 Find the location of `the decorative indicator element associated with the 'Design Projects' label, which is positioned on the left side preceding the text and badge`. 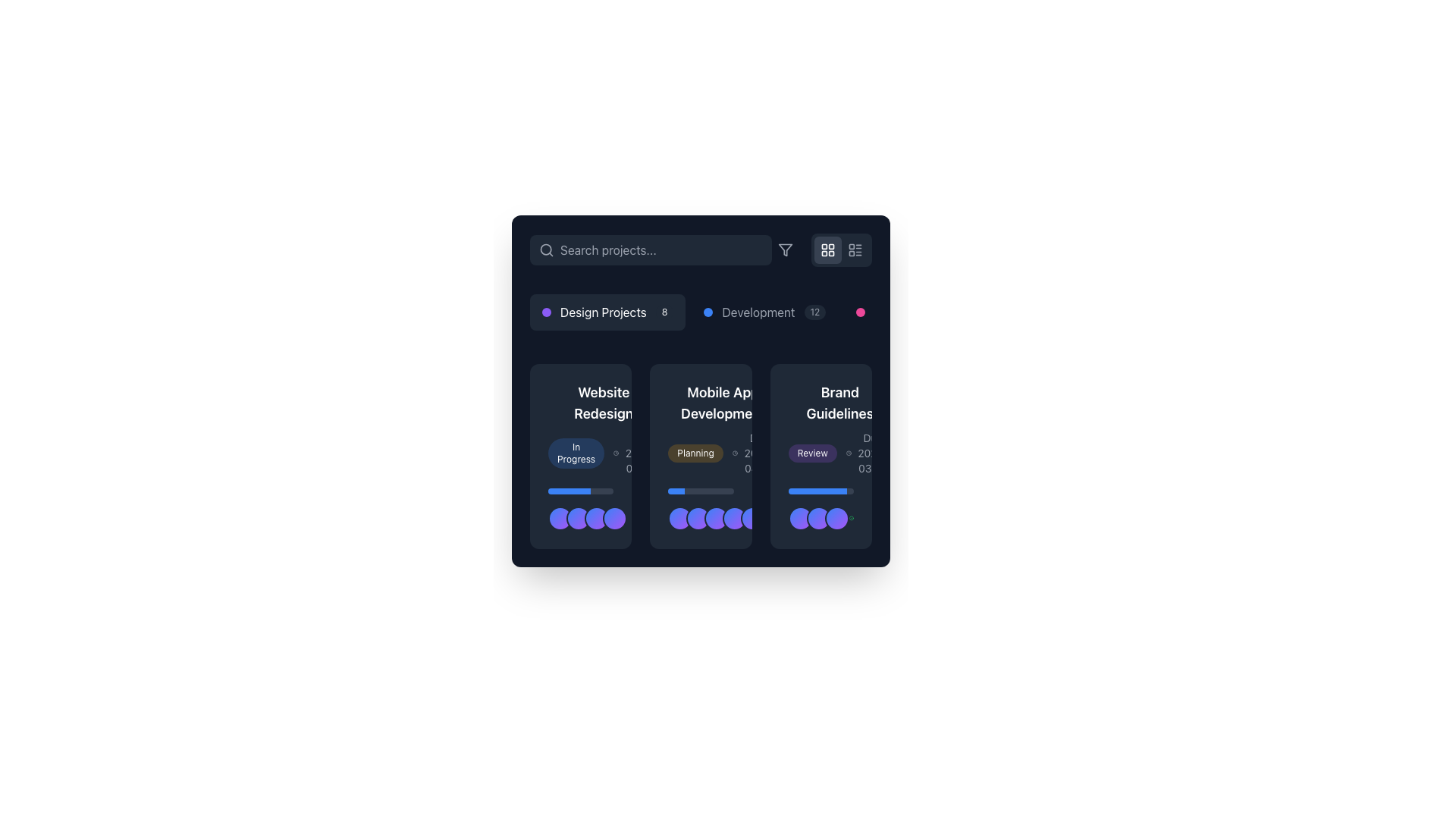

the decorative indicator element associated with the 'Design Projects' label, which is positioned on the left side preceding the text and badge is located at coordinates (546, 312).